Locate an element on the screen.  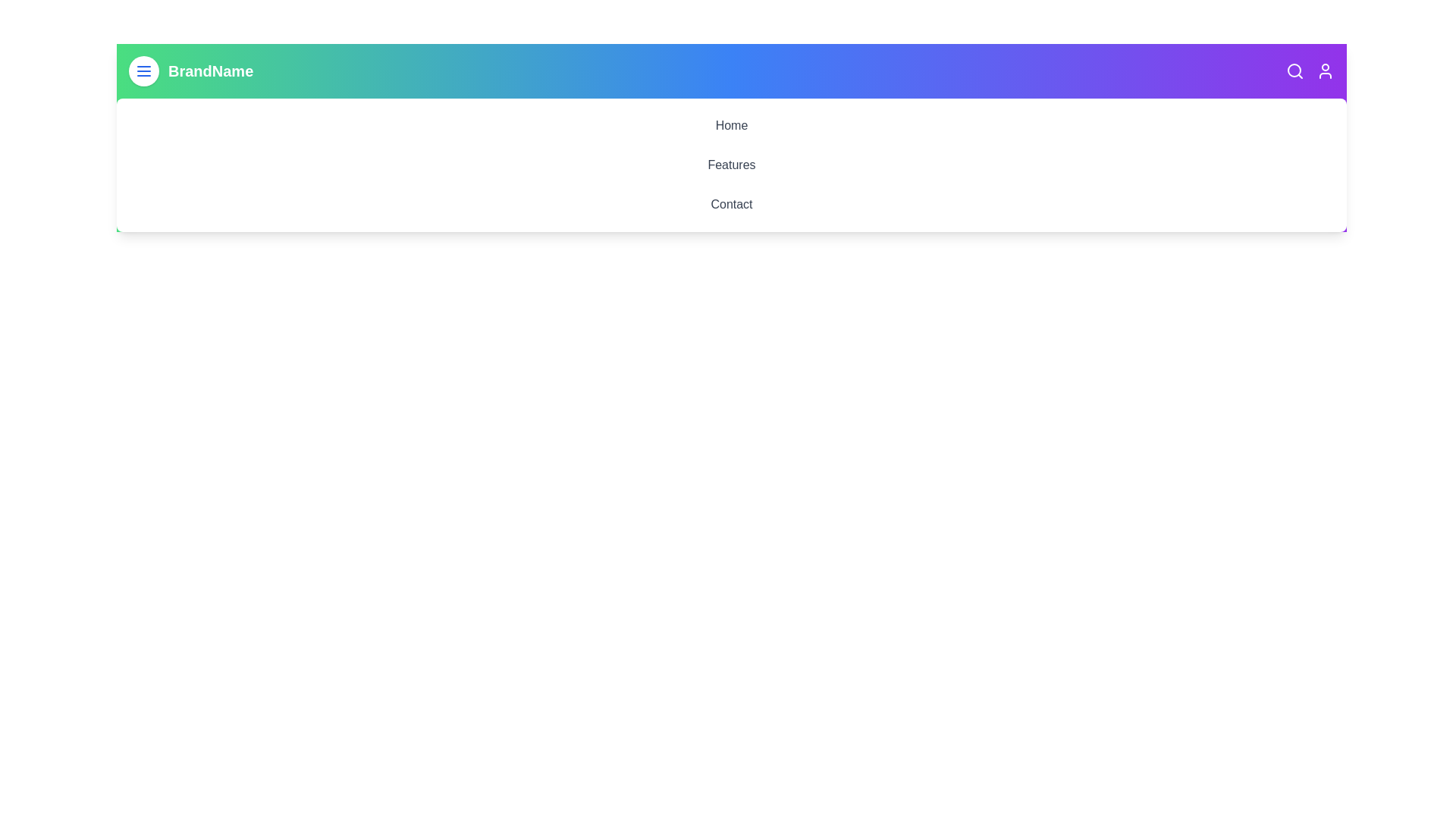
the 'Home' menu item is located at coordinates (731, 124).